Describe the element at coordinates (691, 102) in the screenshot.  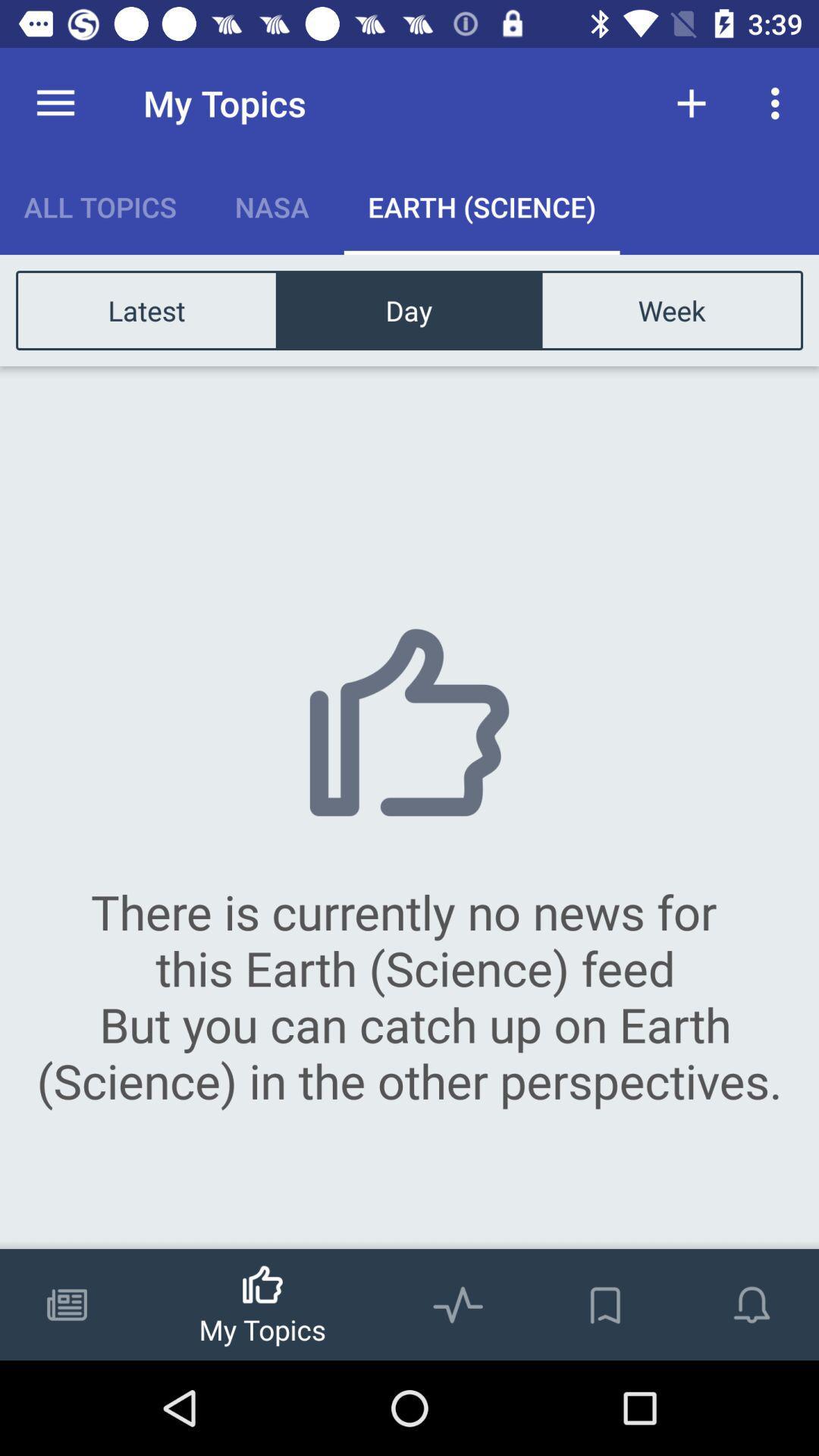
I see `the item to the right of the my topics item` at that location.